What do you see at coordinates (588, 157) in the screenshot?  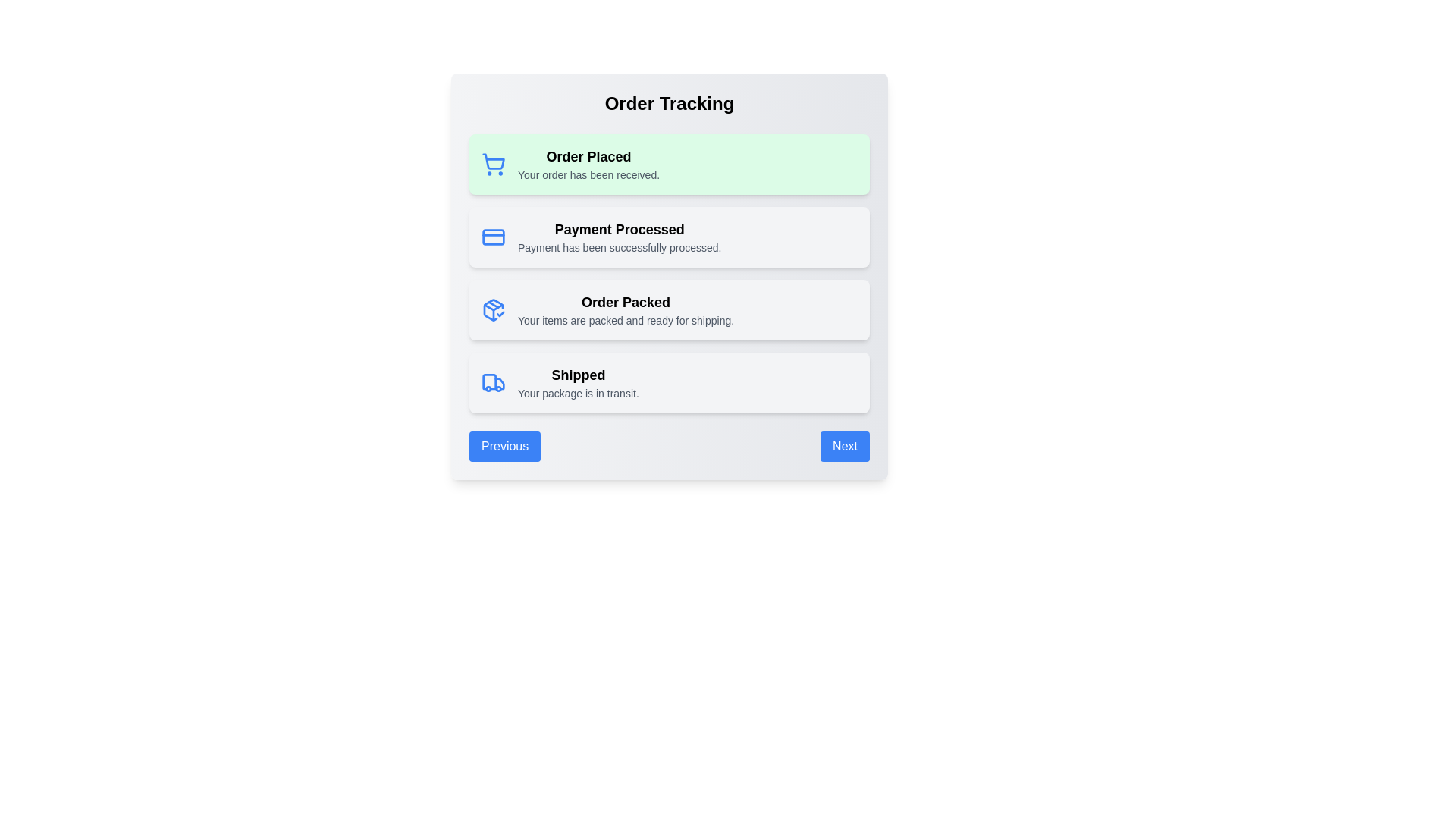 I see `the Text Label indicating that the order has been placed, which is part of the vertical list displaying order statuses in the centered green panel` at bounding box center [588, 157].